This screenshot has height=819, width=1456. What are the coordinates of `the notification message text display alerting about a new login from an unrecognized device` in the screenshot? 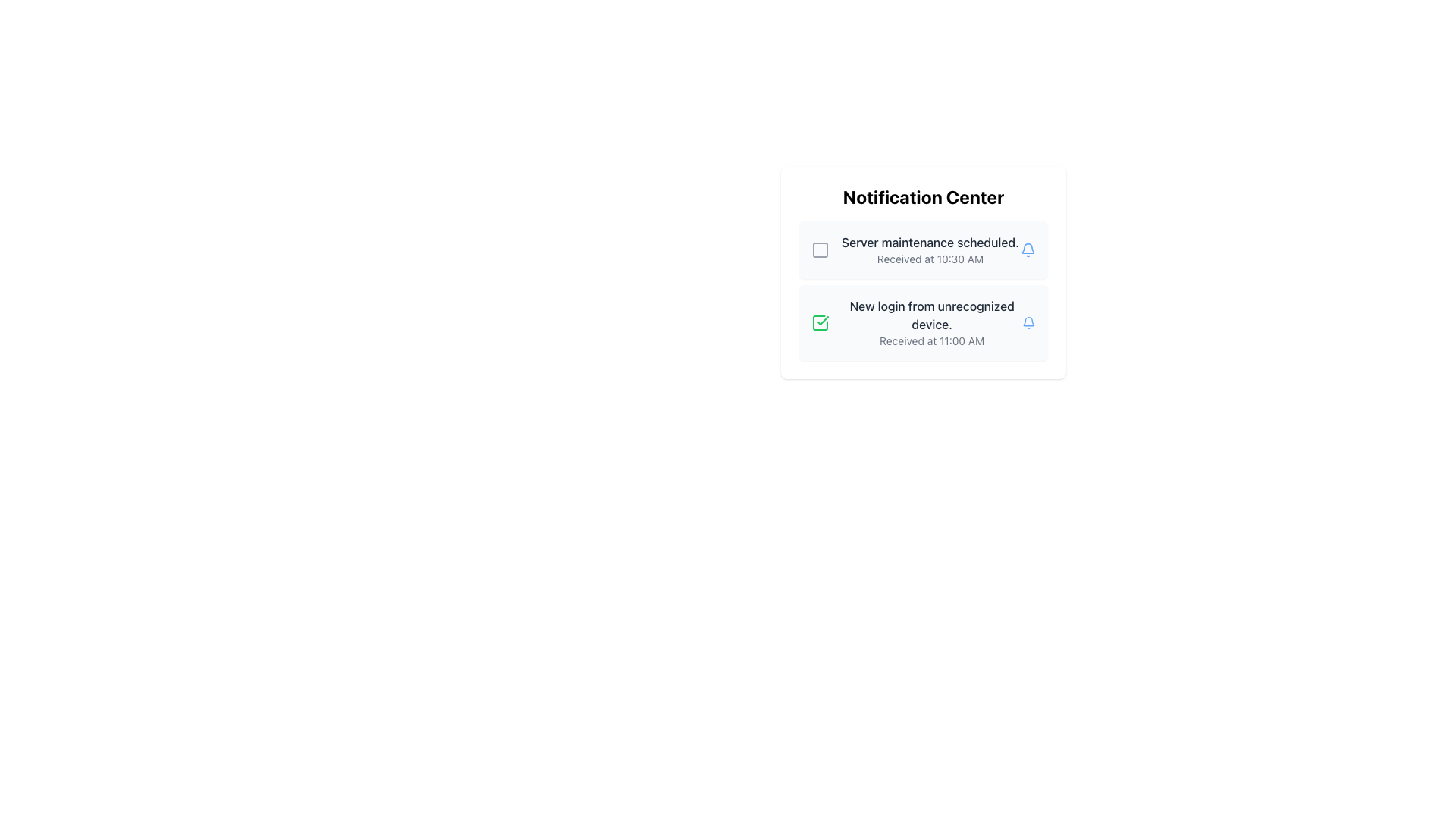 It's located at (931, 315).